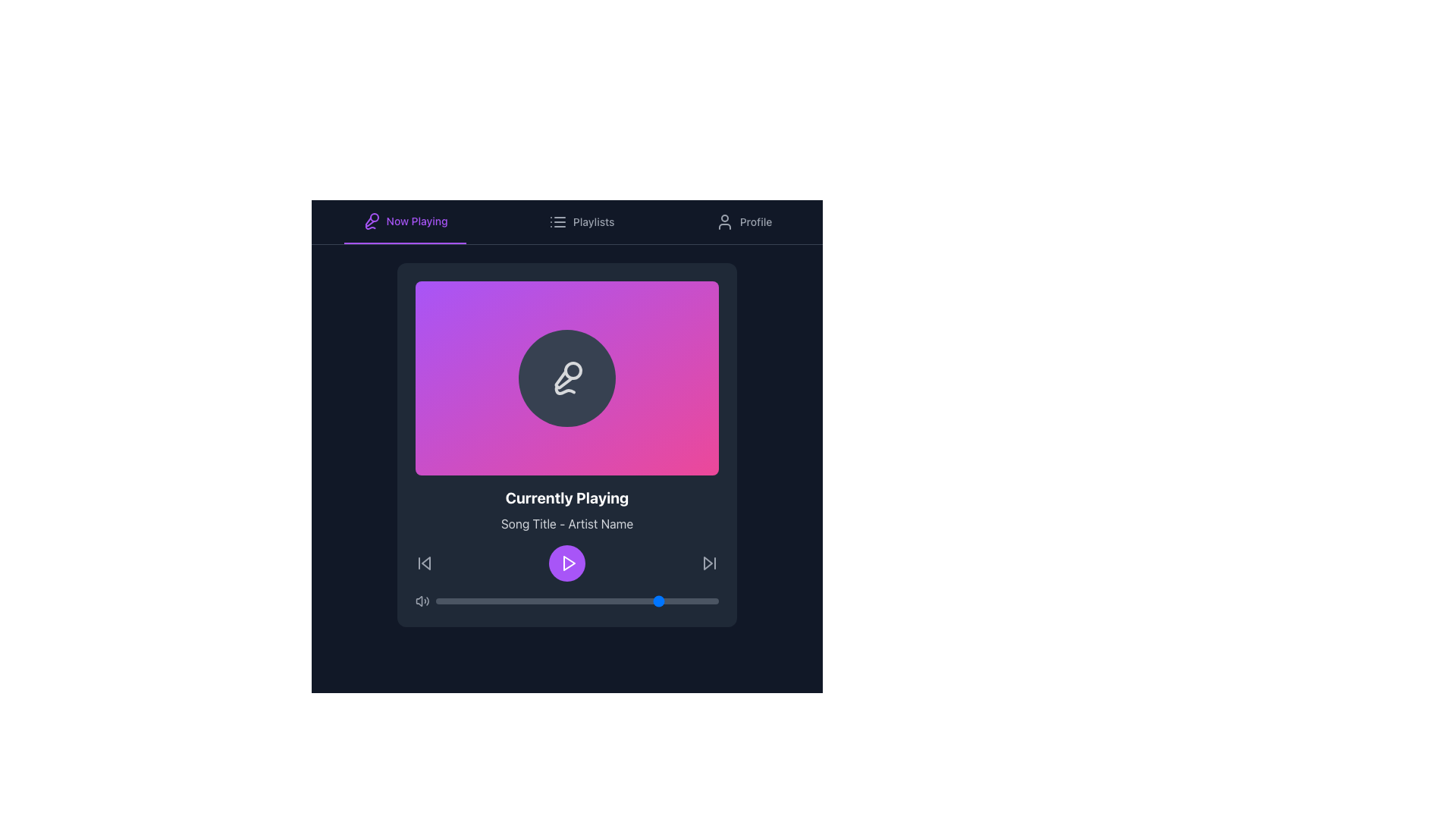 This screenshot has height=819, width=1456. What do you see at coordinates (568, 563) in the screenshot?
I see `the play icon in the music player interface` at bounding box center [568, 563].